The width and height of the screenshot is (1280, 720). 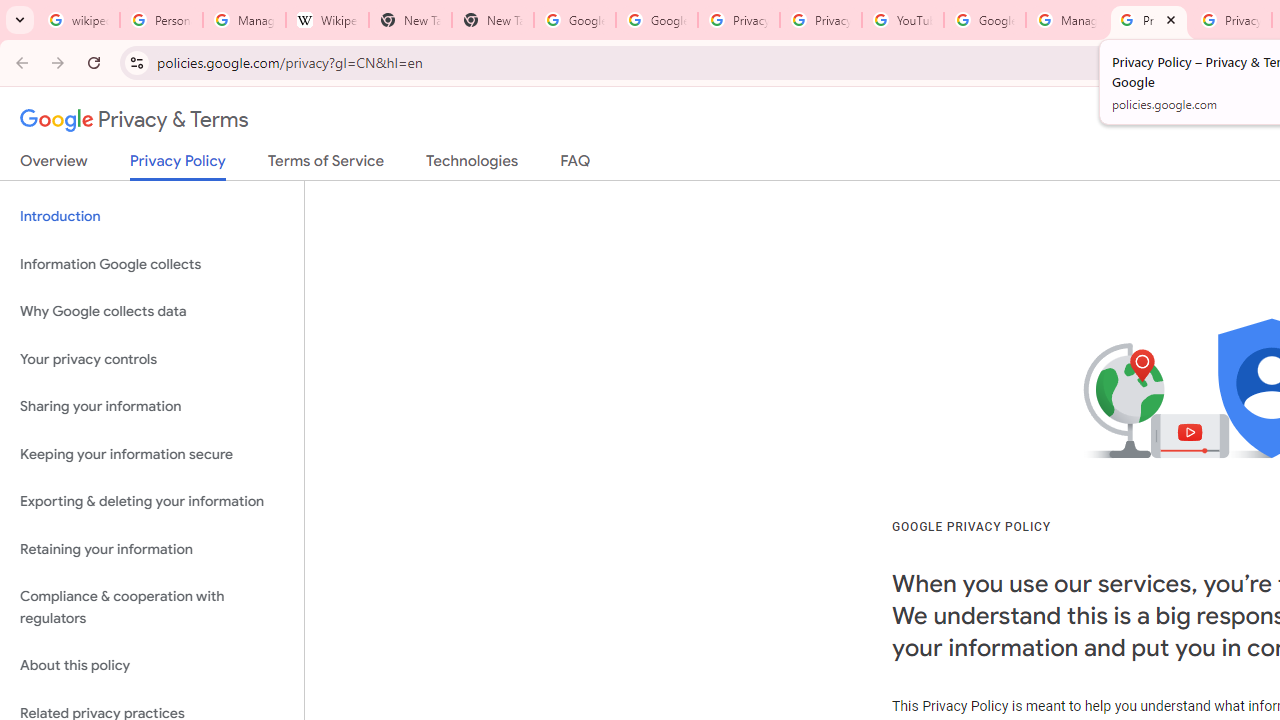 What do you see at coordinates (161, 20) in the screenshot?
I see `'Personalization & Google Search results - Google Search Help'` at bounding box center [161, 20].